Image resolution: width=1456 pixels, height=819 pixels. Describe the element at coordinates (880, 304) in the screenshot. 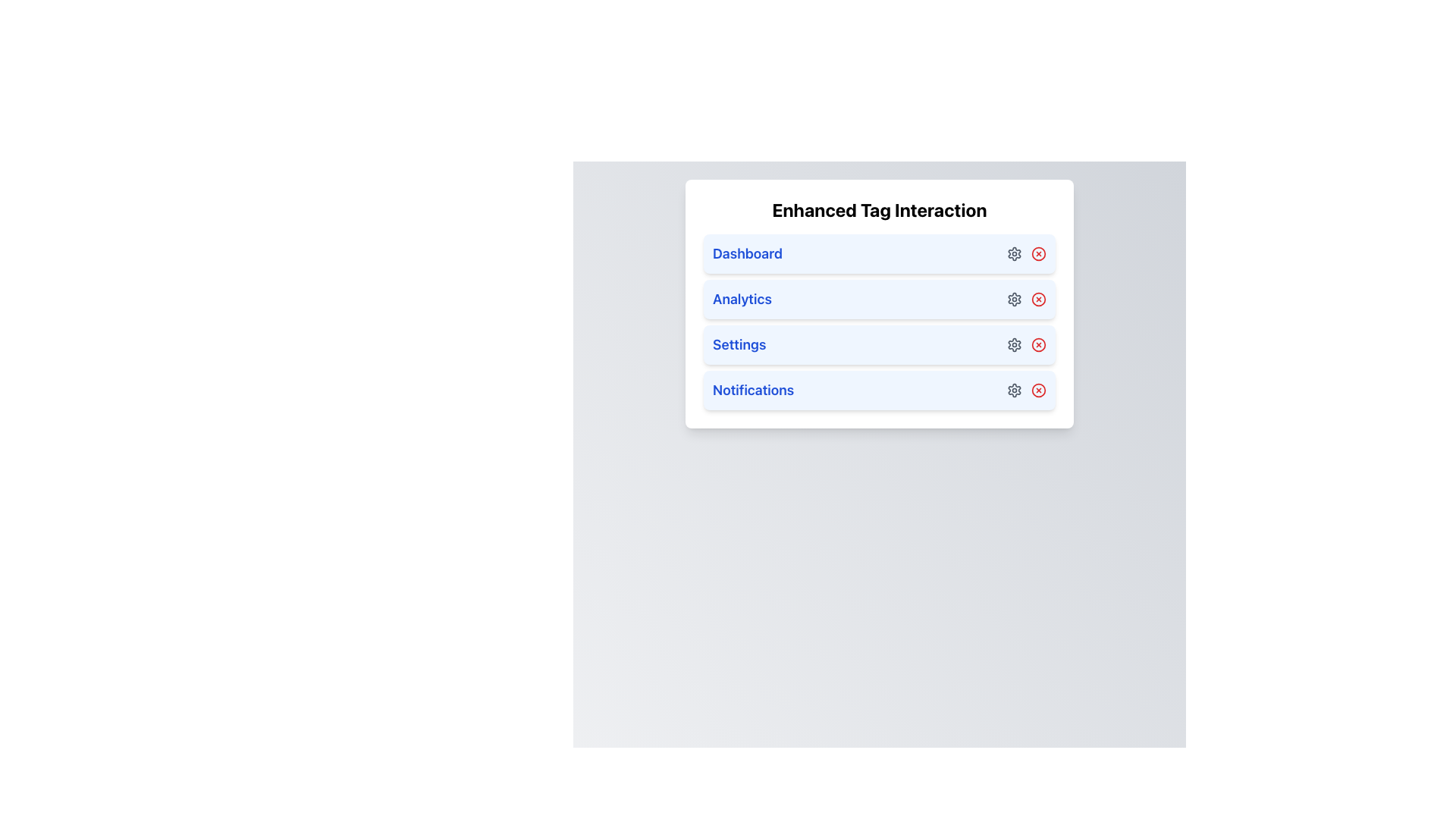

I see `the 'Analytics' menu item, which is the second option from the top in the menu, located directly below 'Dashboard' and above 'Settings'` at that location.